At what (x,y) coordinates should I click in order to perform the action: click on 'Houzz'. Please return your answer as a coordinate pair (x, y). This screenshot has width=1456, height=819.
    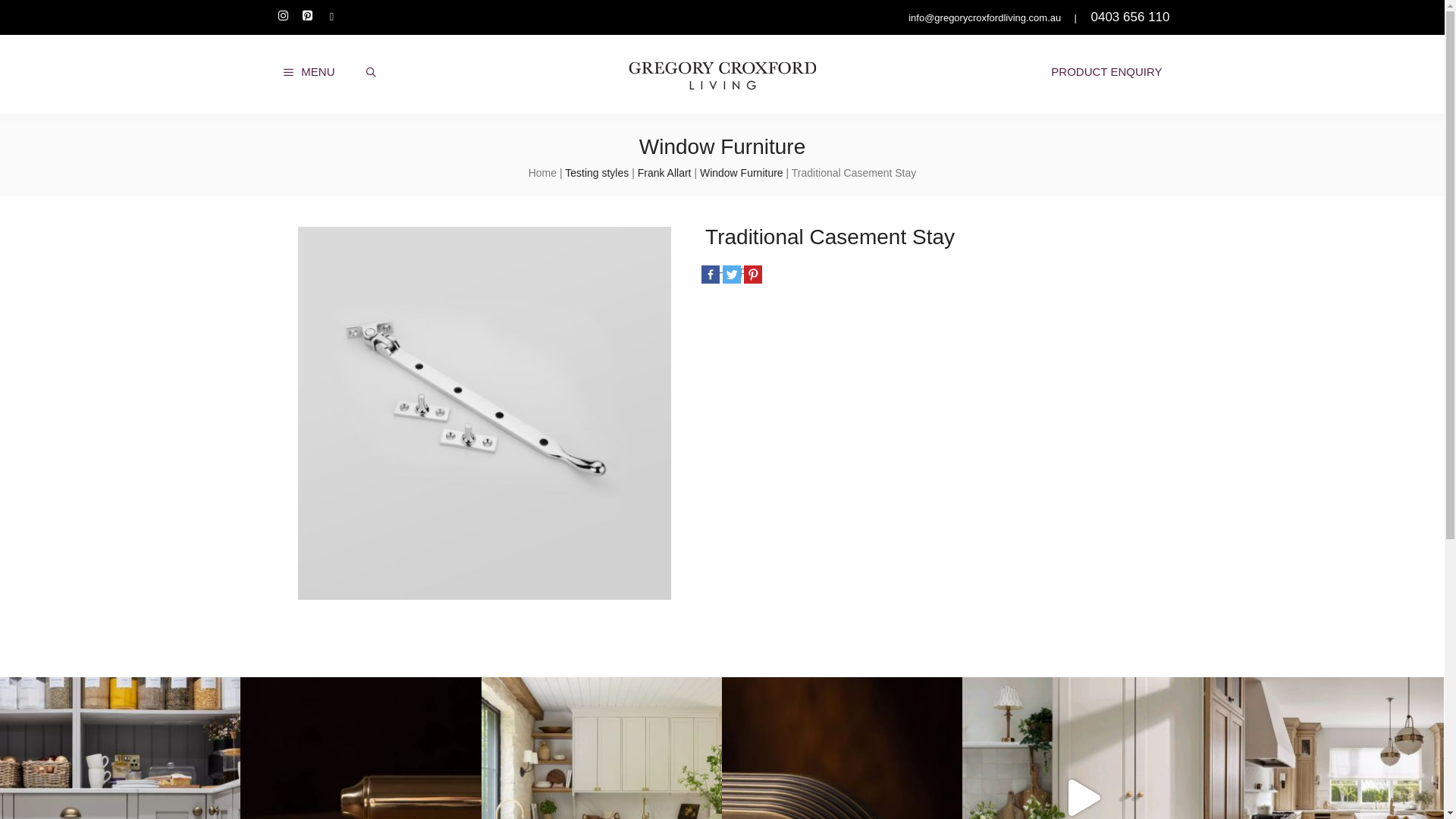
    Looking at the image, I should click on (330, 17).